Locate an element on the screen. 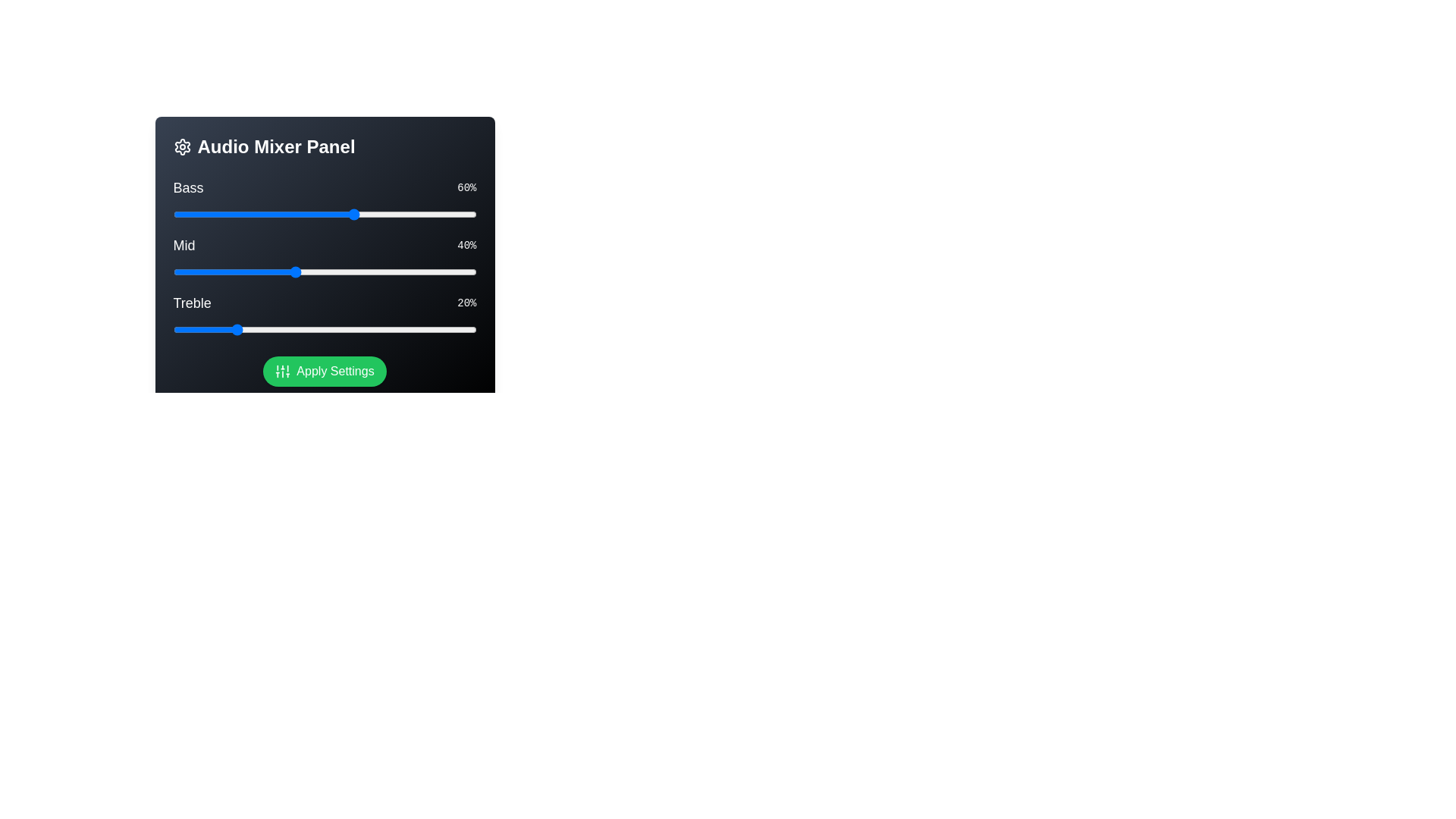 The image size is (1456, 819). the Bass slider to 4% is located at coordinates (184, 214).